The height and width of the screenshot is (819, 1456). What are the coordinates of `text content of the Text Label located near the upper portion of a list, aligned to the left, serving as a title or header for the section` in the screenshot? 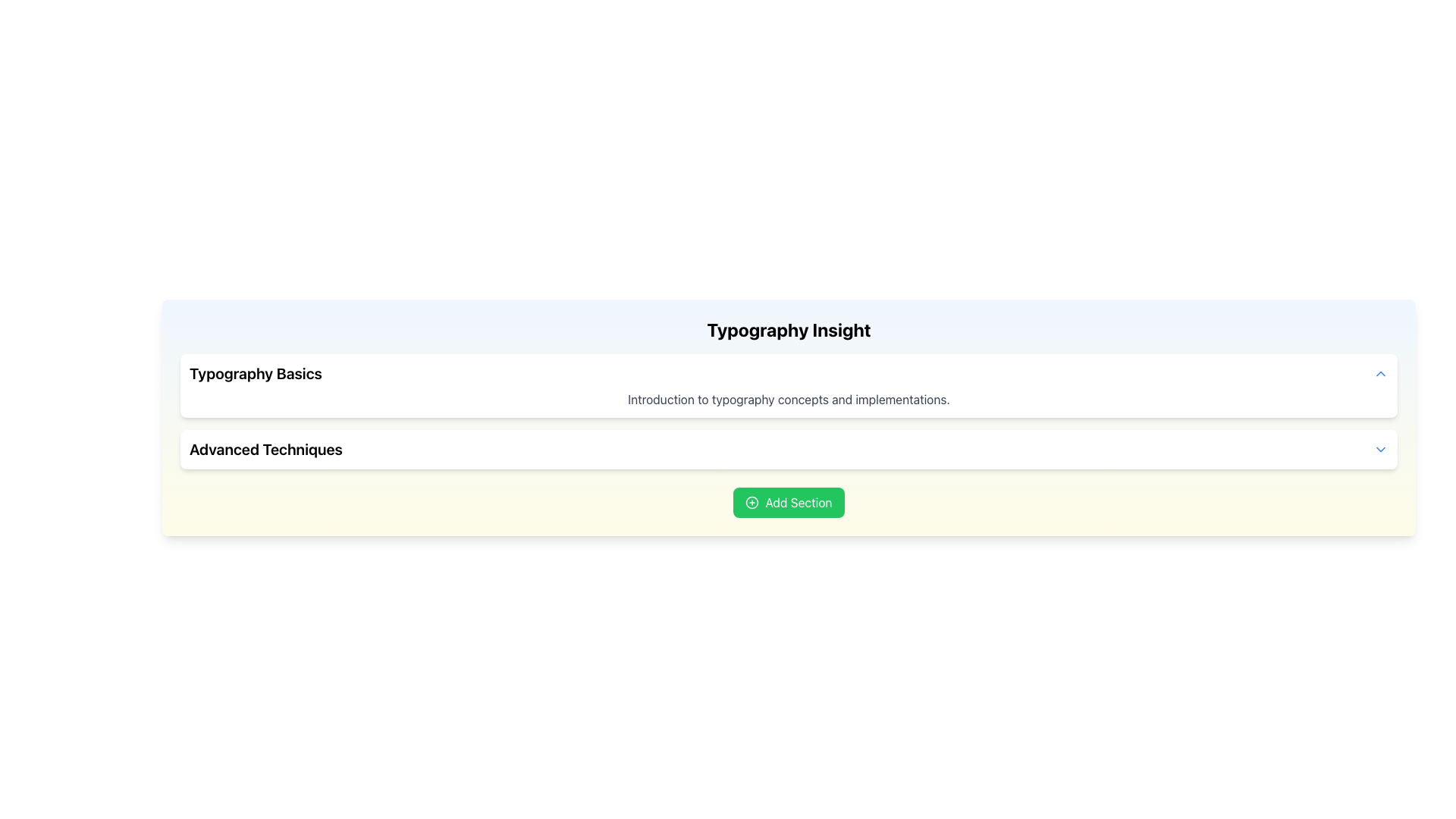 It's located at (265, 449).